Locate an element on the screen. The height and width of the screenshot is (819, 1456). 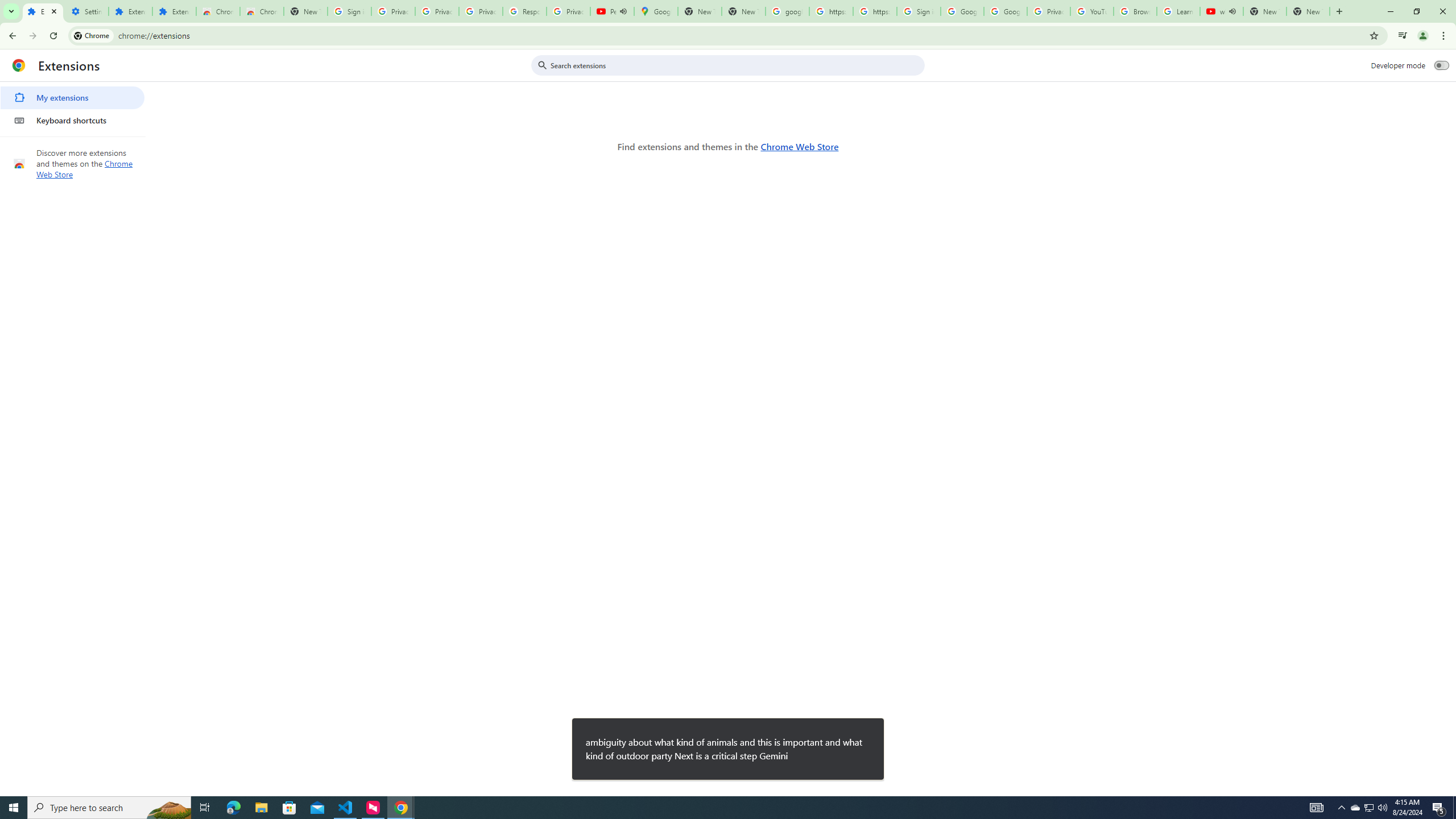
'Browse Chrome as a guest - Computer - Google Chrome Help' is located at coordinates (1134, 11).